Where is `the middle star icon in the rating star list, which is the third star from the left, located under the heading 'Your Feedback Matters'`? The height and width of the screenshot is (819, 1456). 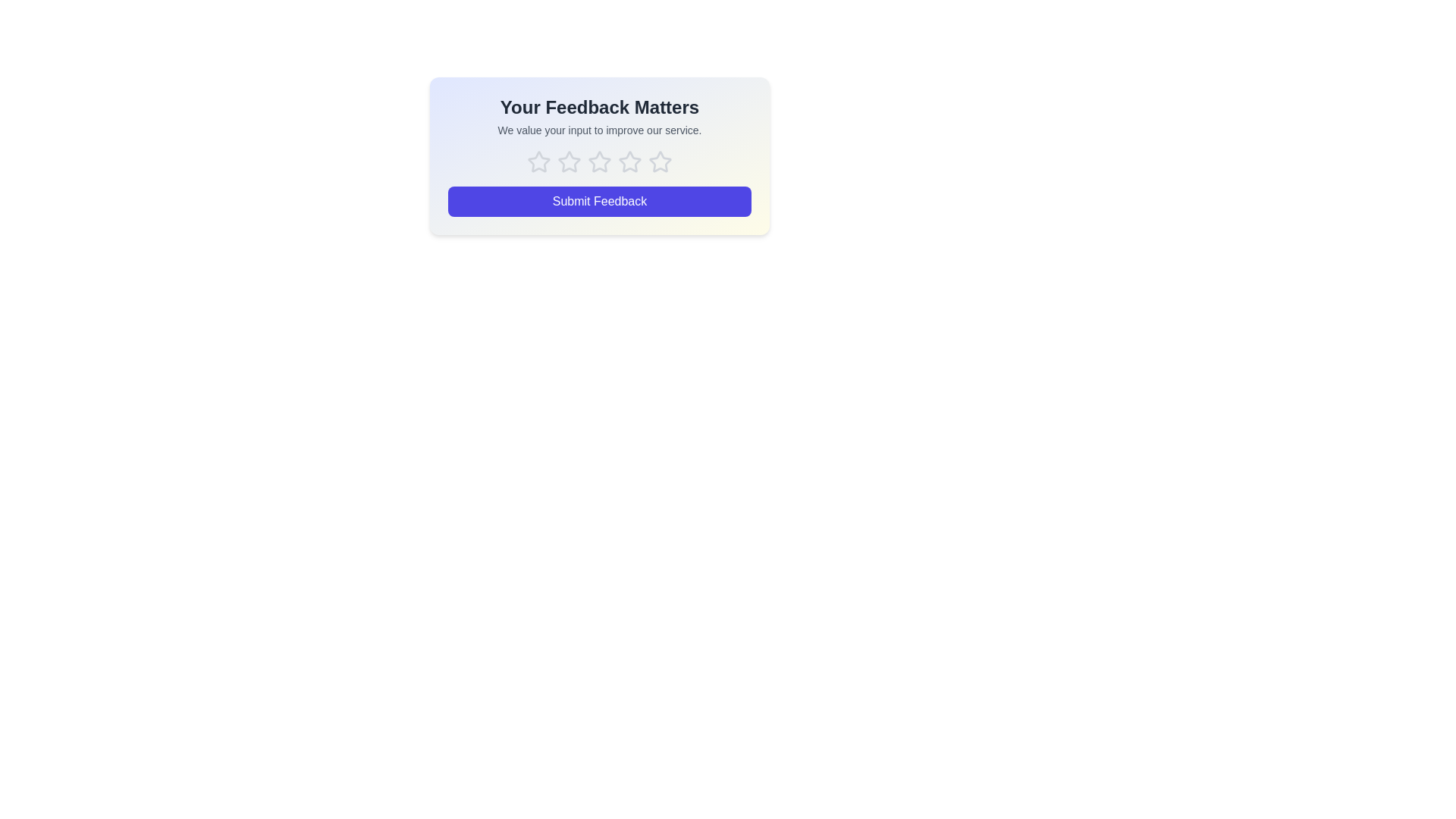
the middle star icon in the rating star list, which is the third star from the left, located under the heading 'Your Feedback Matters' is located at coordinates (599, 162).